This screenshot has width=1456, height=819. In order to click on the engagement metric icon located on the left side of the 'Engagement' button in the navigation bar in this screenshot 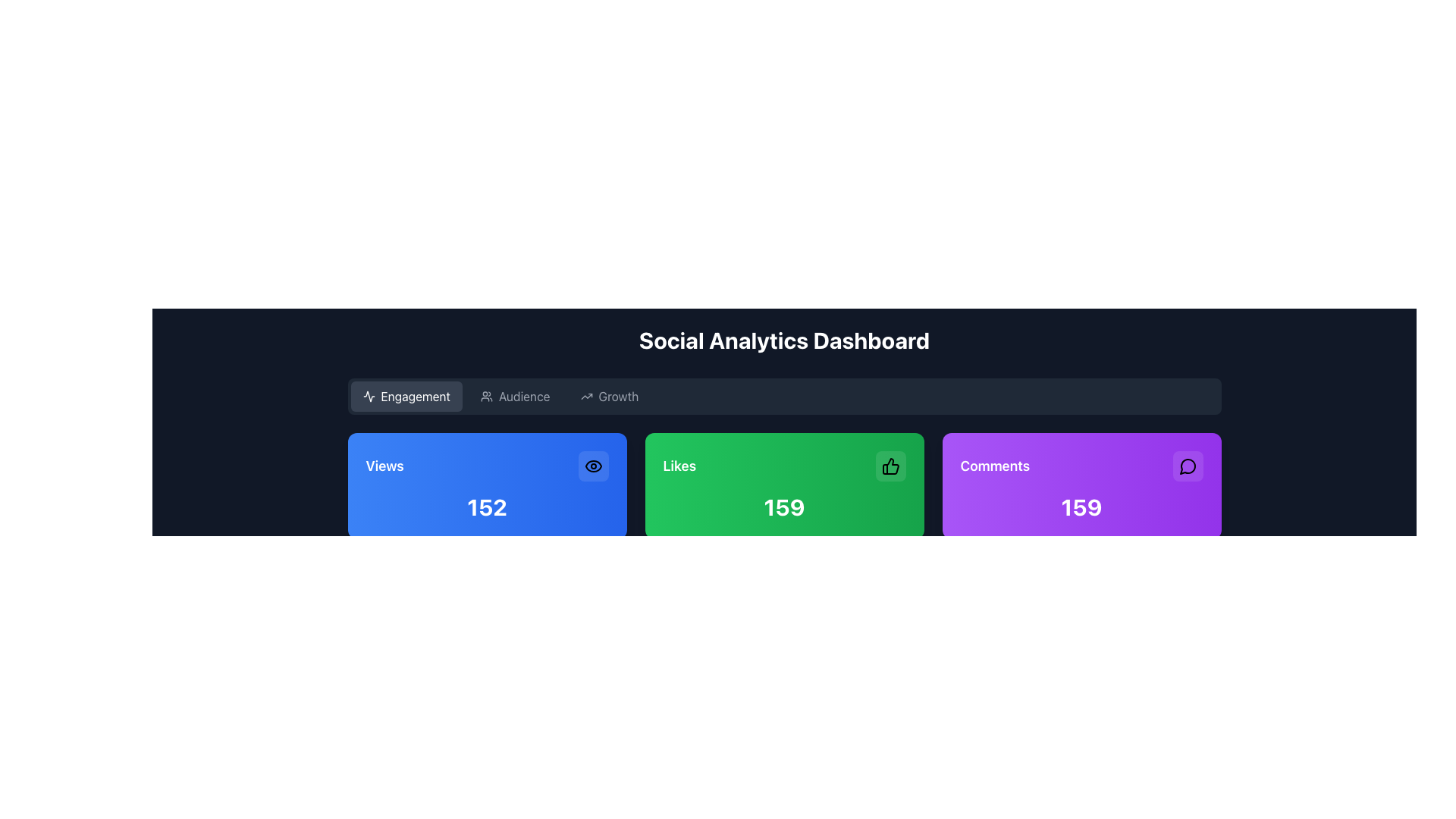, I will do `click(369, 396)`.